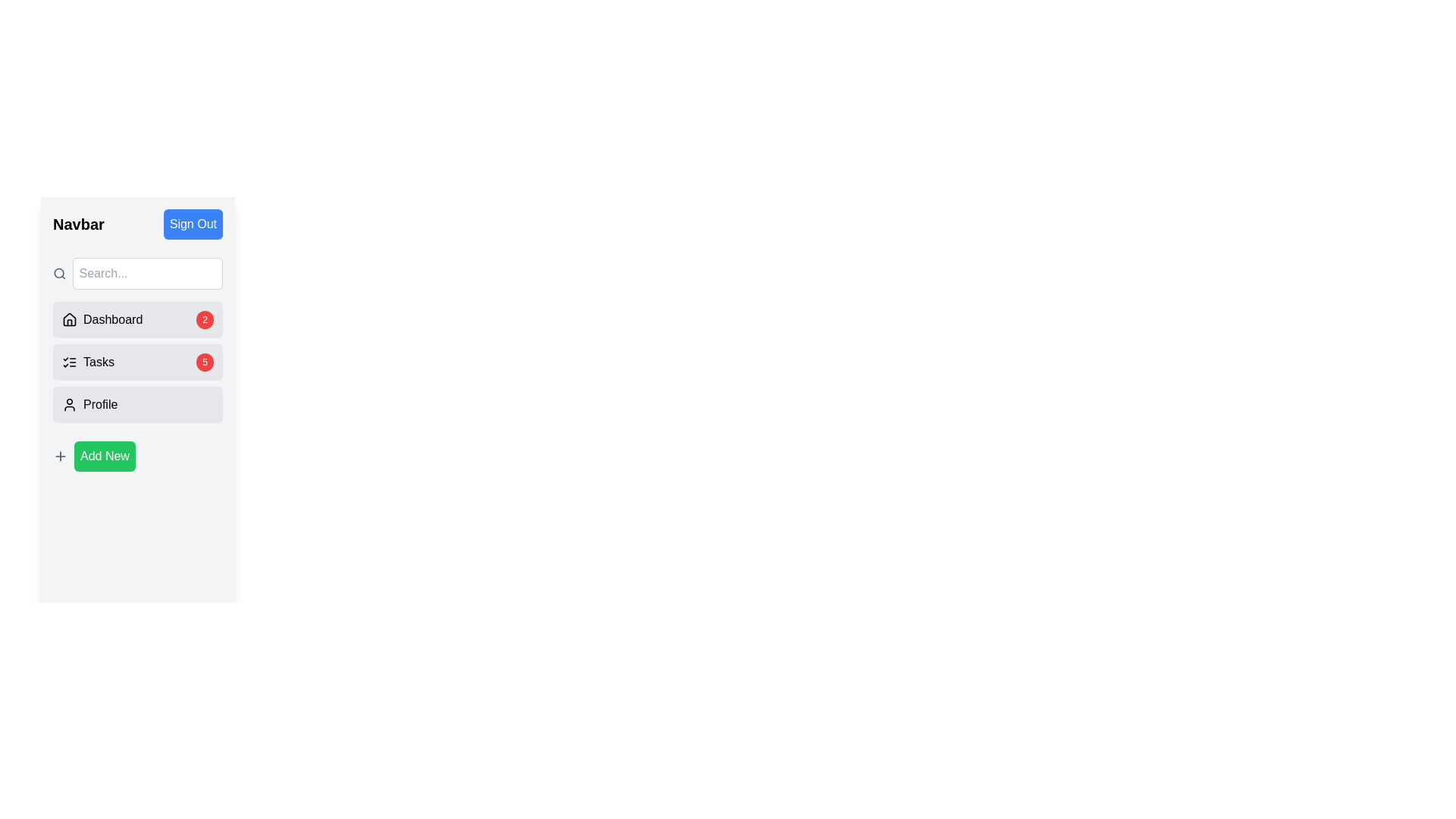 The width and height of the screenshot is (1456, 819). I want to click on the 'Dashboard' button with icon and badge, which is the first item in the vertical list in the navigation panel, located below the search bar and above 'Tasks', so click(138, 318).